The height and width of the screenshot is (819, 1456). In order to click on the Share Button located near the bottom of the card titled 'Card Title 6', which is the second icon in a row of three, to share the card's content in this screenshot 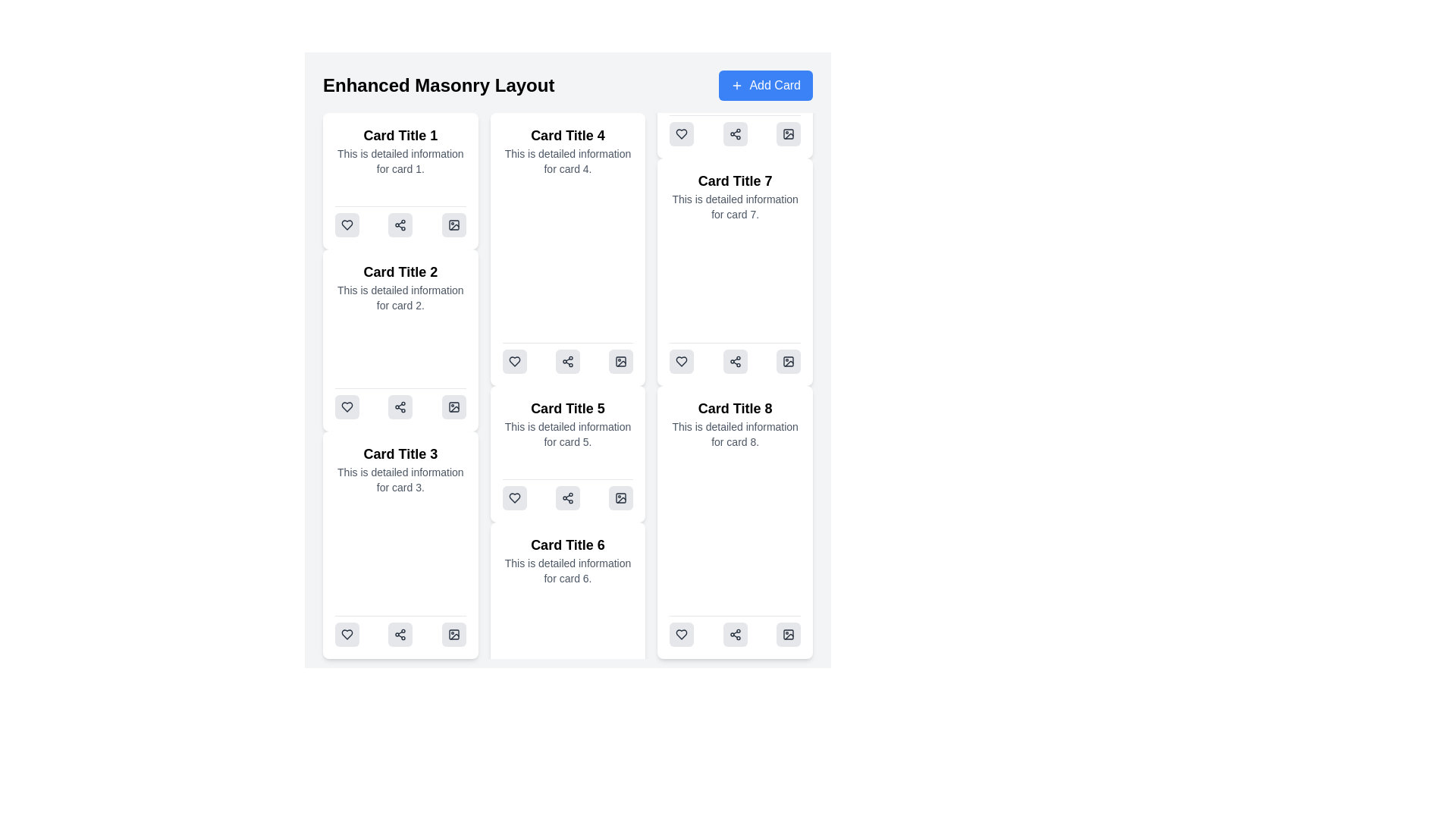, I will do `click(566, 497)`.